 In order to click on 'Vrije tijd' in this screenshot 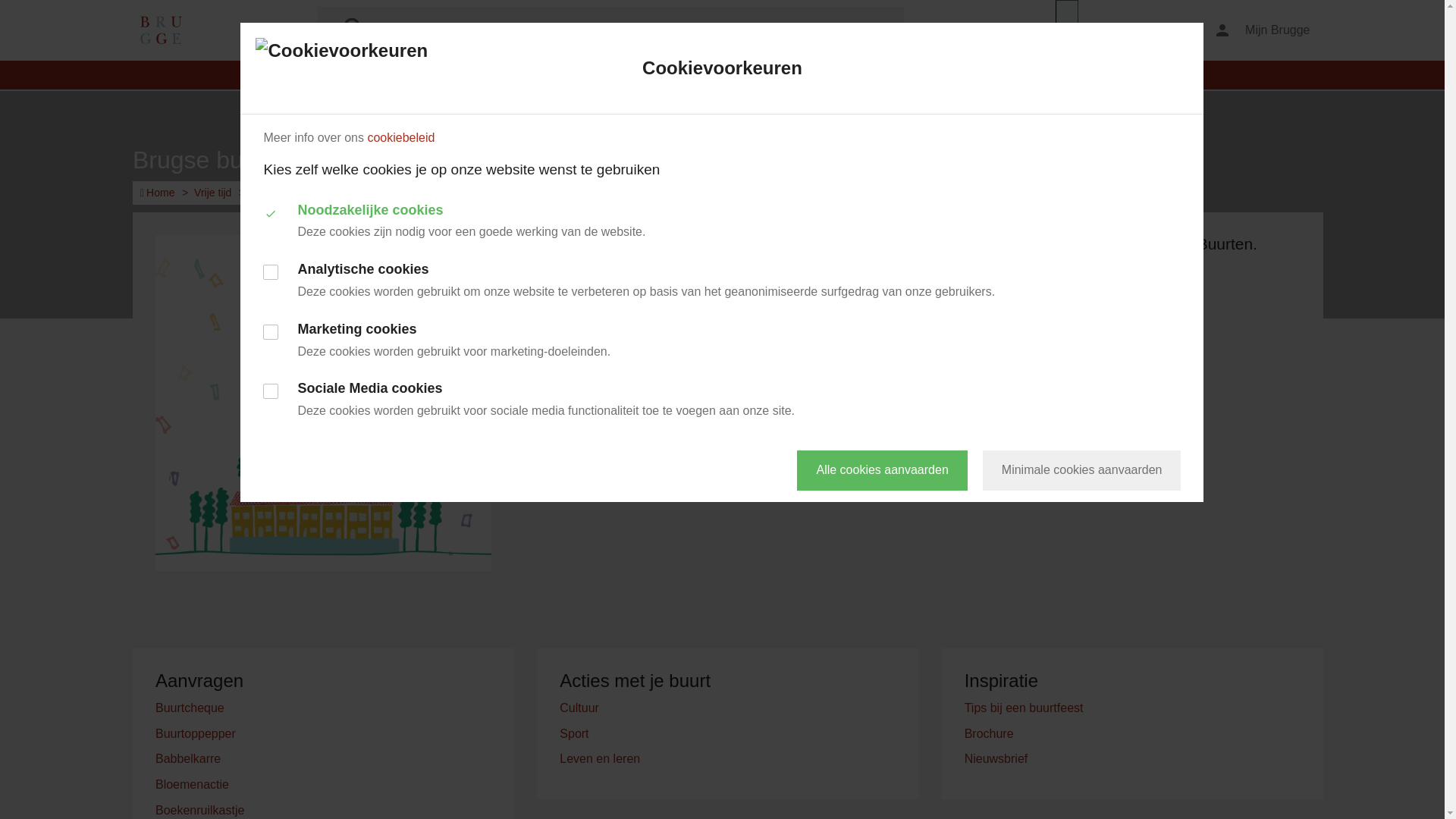, I will do `click(212, 192)`.